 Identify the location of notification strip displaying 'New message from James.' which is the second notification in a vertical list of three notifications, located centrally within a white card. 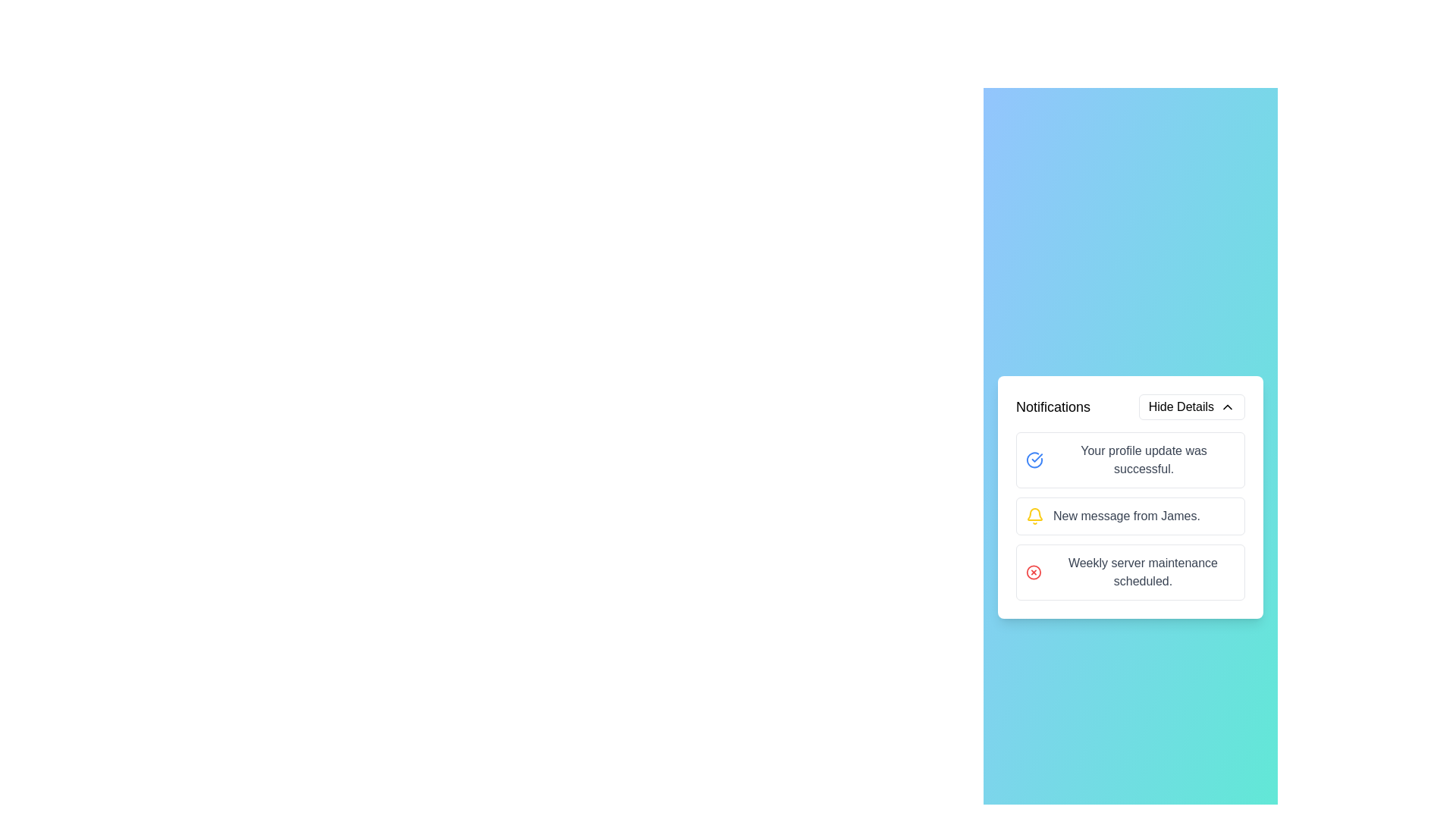
(1131, 516).